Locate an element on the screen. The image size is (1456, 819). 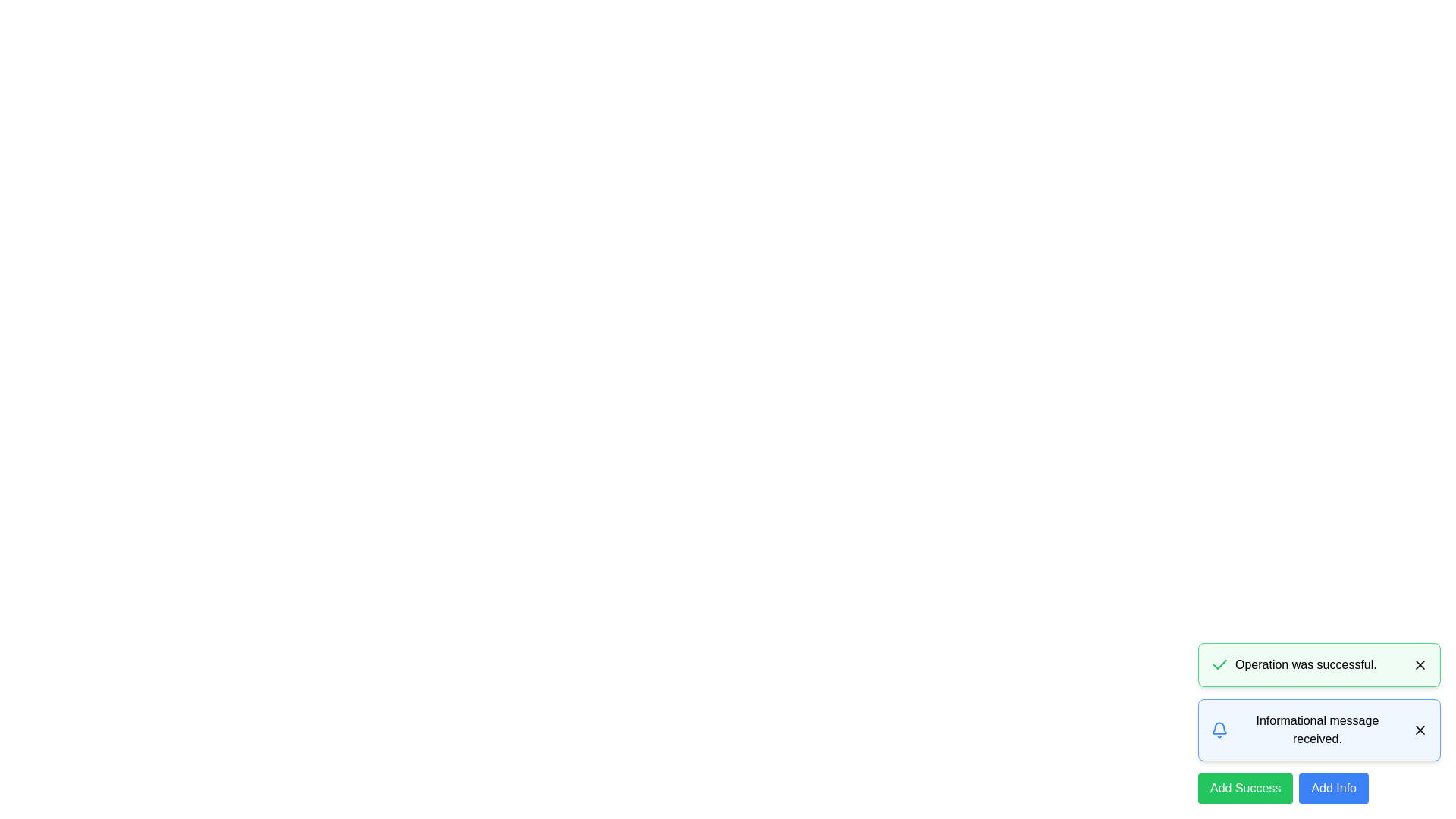
the text label that reads 'Operation was successful.' which is styled with a medium font weight and green text color, indicating a success message is located at coordinates (1305, 664).